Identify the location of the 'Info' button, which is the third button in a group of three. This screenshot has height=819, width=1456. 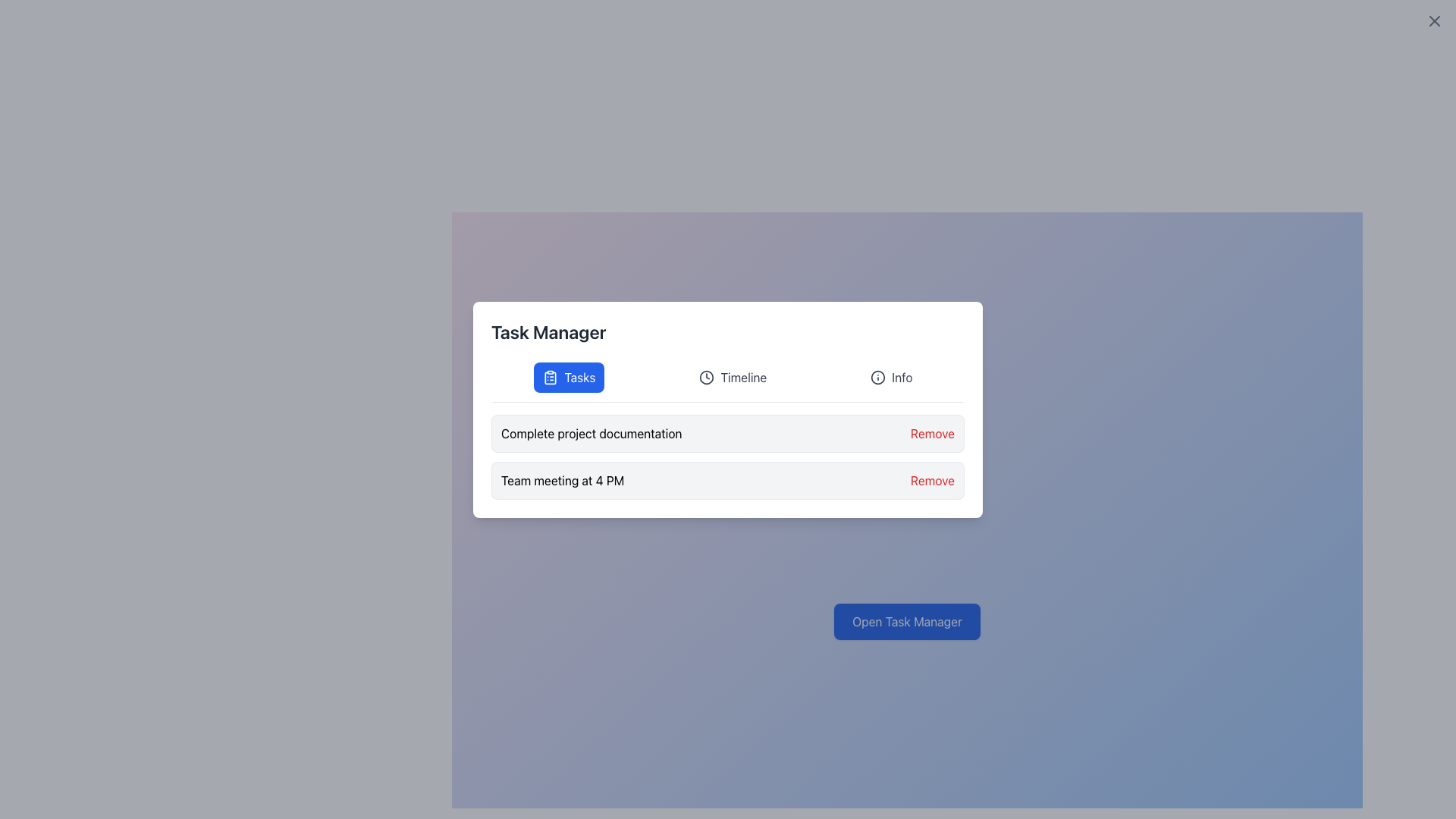
(891, 376).